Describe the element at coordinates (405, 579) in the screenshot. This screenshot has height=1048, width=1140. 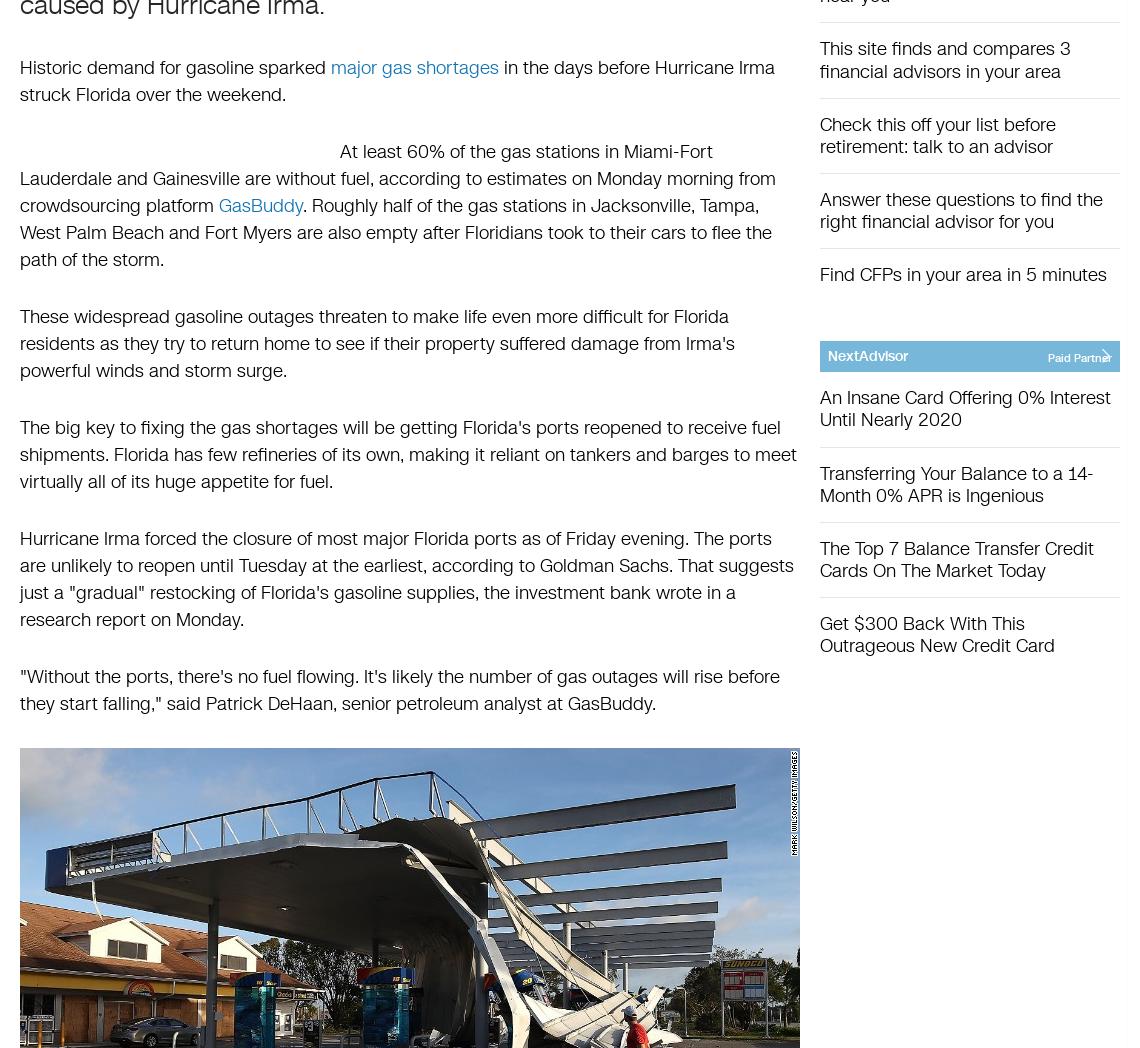
I see `'Hurricane Irma forced the closure of most major Florida ports as of Friday evening. The ports are unlikely to reopen until Tuesday at the earliest, according to Goldman Sachs. That suggests just a "gradual" restocking of Florida's gasoline supplies, the investment bank wrote in a research report on Monday.'` at that location.